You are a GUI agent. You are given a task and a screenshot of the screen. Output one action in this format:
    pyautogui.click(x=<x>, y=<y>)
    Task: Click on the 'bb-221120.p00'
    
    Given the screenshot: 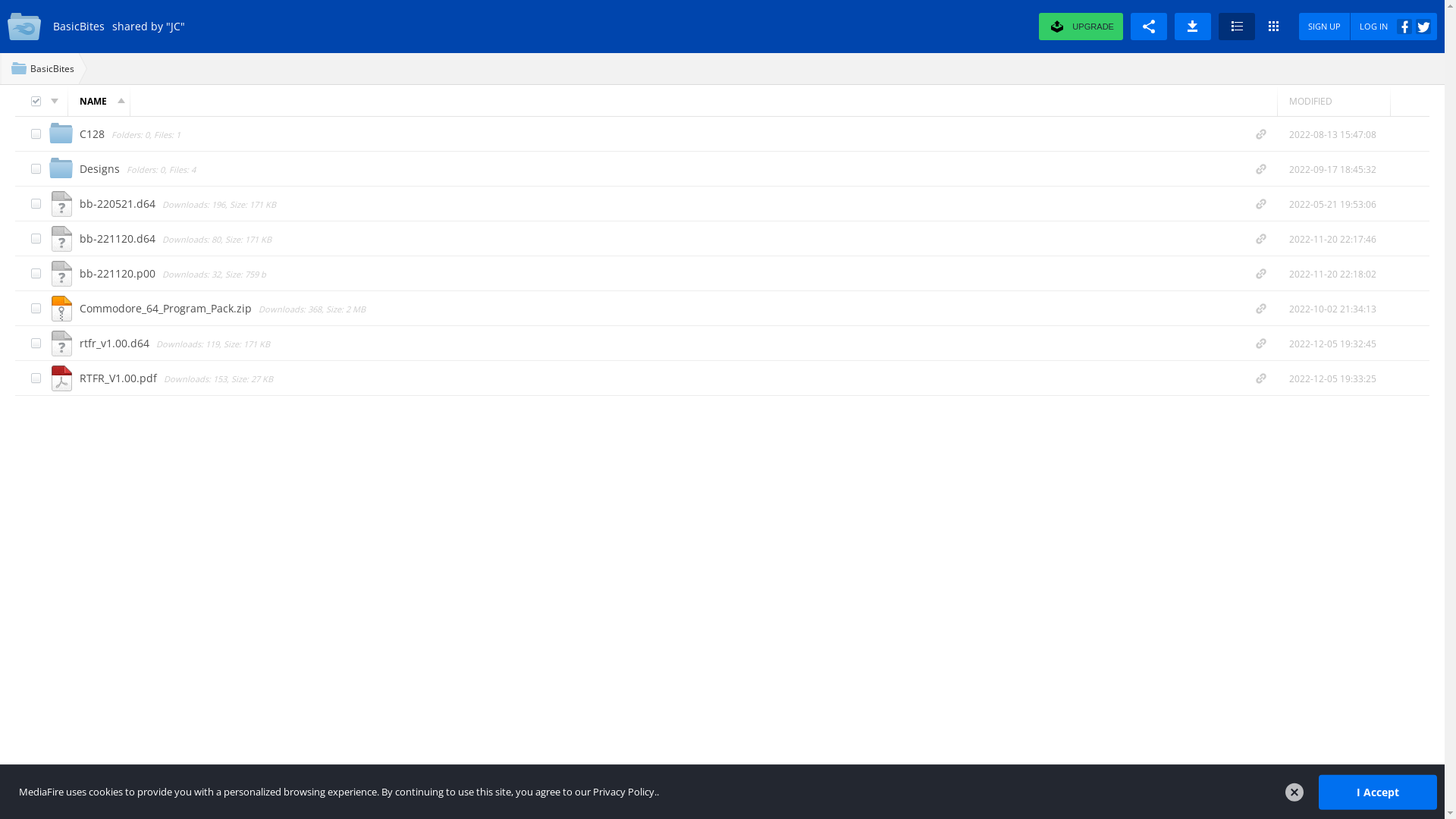 What is the action you would take?
    pyautogui.click(x=118, y=271)
    